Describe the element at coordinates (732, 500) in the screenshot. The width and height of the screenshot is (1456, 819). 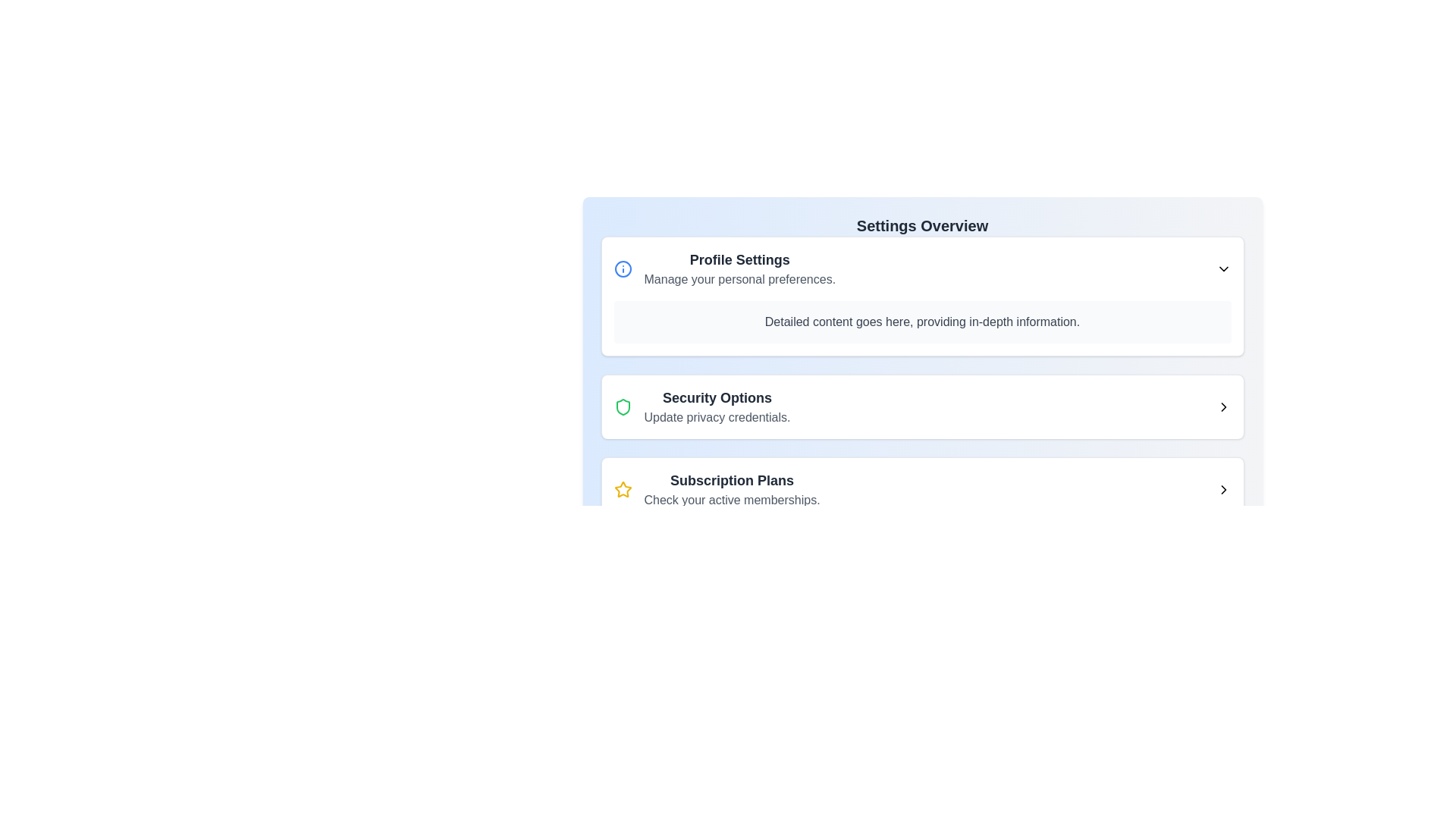
I see `the Static Text Label that reads 'Check your active memberships.' which is located below the header 'Subscription Plans'` at that location.